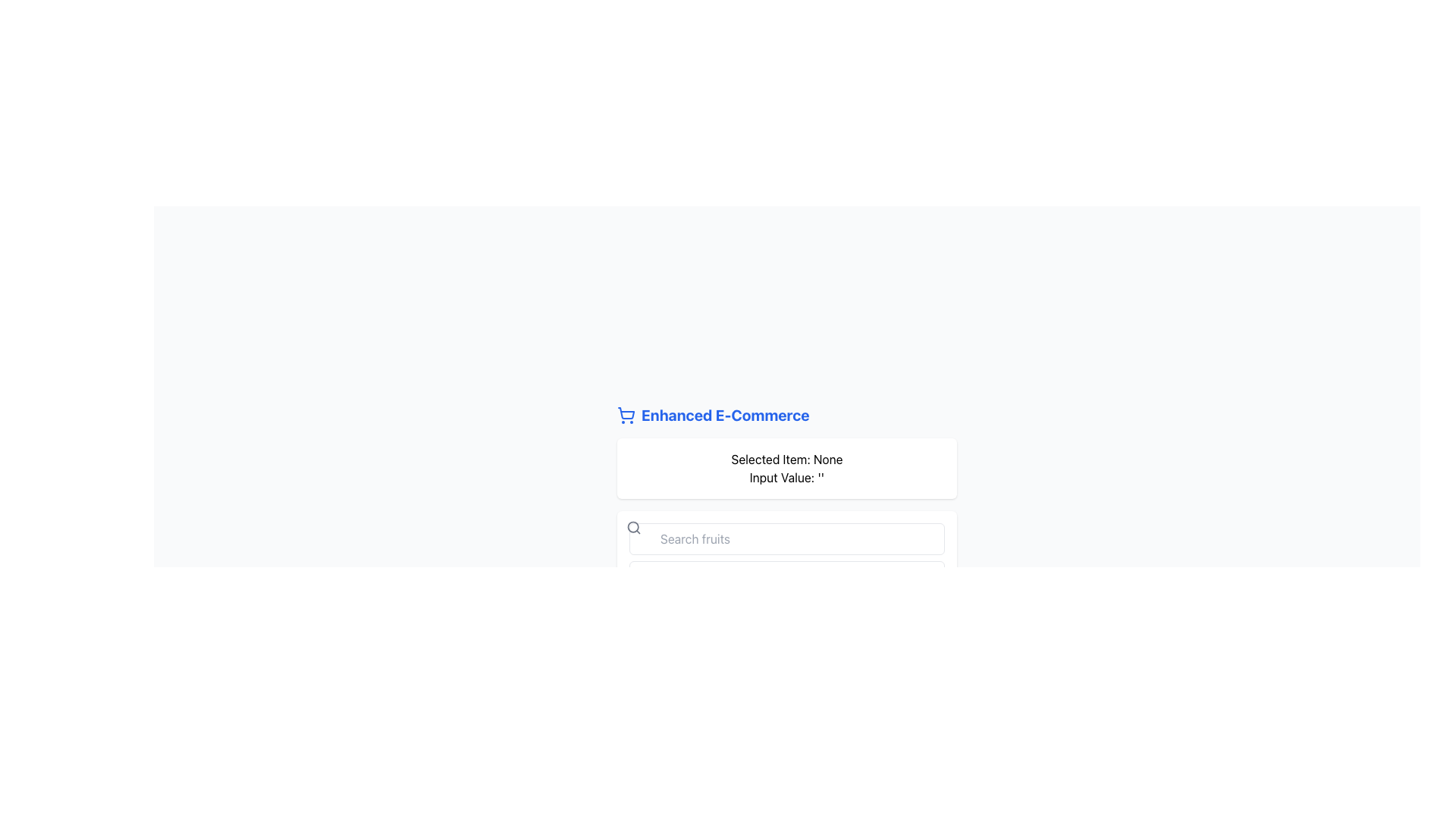 The width and height of the screenshot is (1456, 819). What do you see at coordinates (633, 526) in the screenshot?
I see `the search input field associated with the search icon located at the top-left corner of the search bar, to enable users to enter search queries` at bounding box center [633, 526].